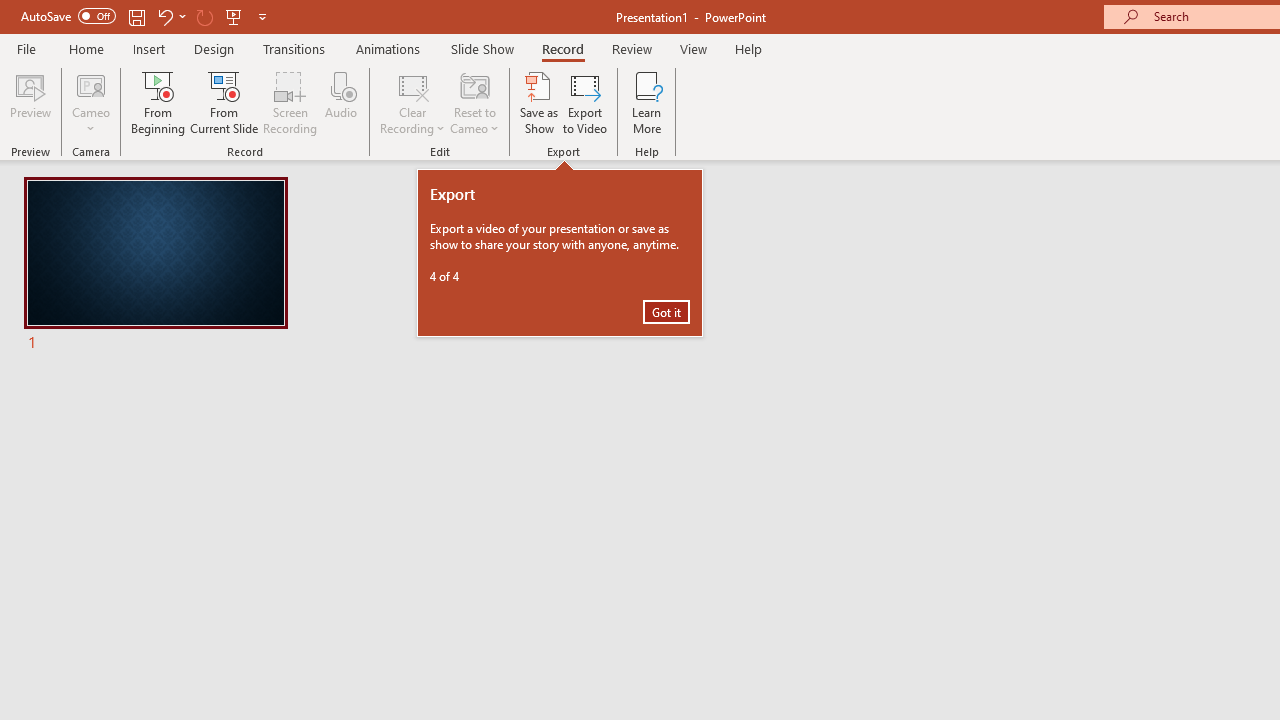 This screenshot has width=1280, height=720. Describe the element at coordinates (388, 48) in the screenshot. I see `'Animations'` at that location.